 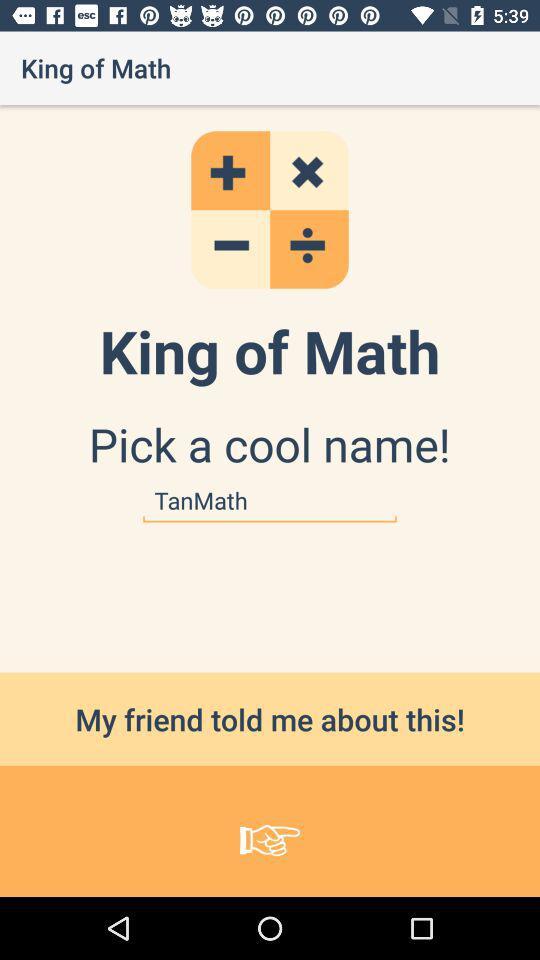 What do you see at coordinates (270, 719) in the screenshot?
I see `my friend told icon` at bounding box center [270, 719].